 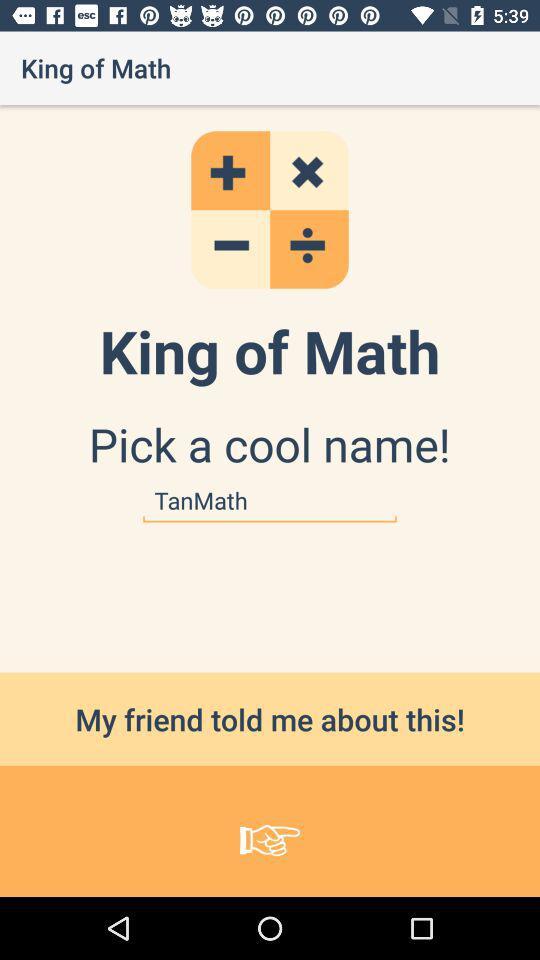 What do you see at coordinates (270, 719) in the screenshot?
I see `my friend told icon` at bounding box center [270, 719].